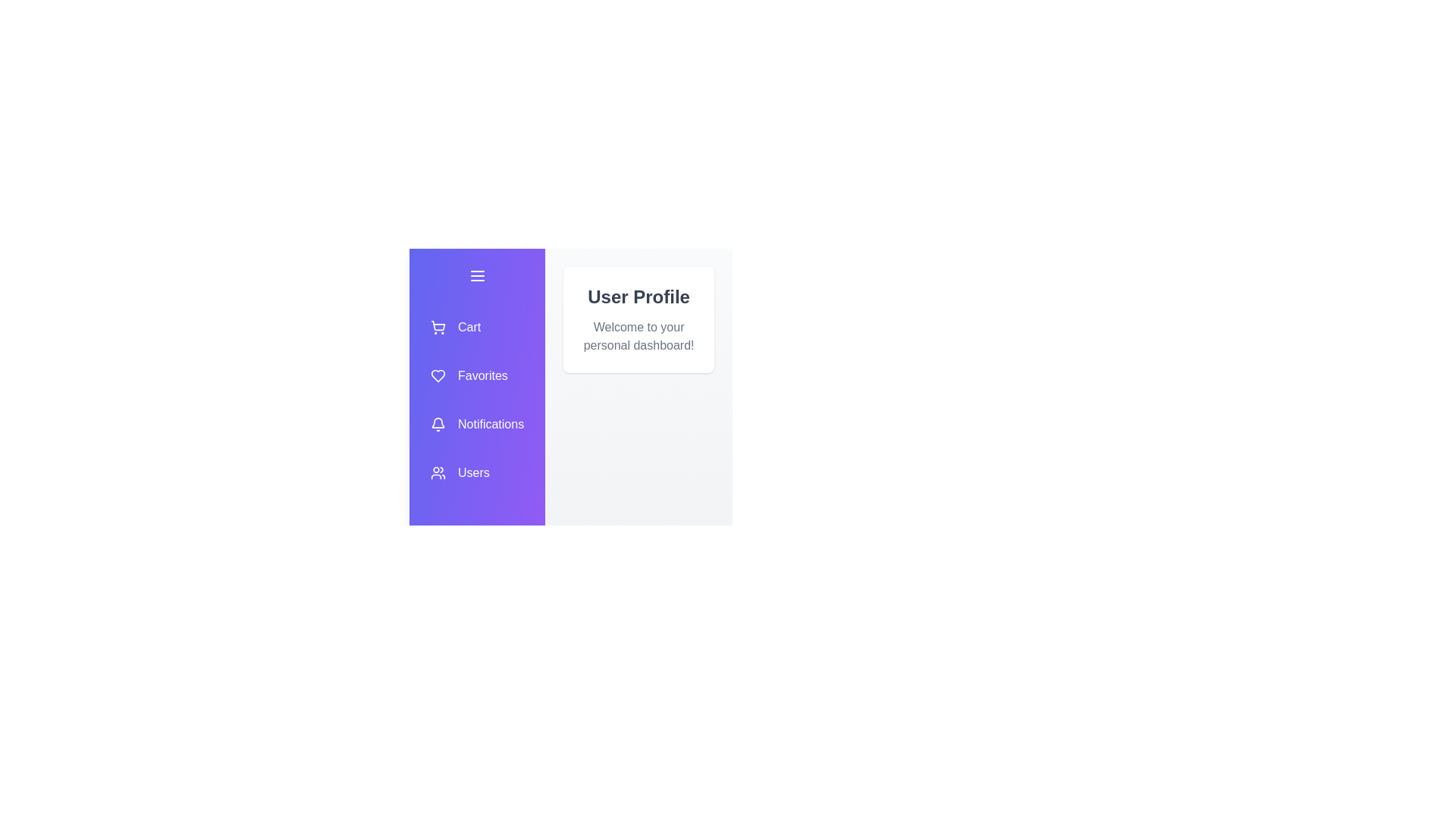 This screenshot has height=819, width=1456. Describe the element at coordinates (476, 424) in the screenshot. I see `the Notifications icon in the drawer menu` at that location.